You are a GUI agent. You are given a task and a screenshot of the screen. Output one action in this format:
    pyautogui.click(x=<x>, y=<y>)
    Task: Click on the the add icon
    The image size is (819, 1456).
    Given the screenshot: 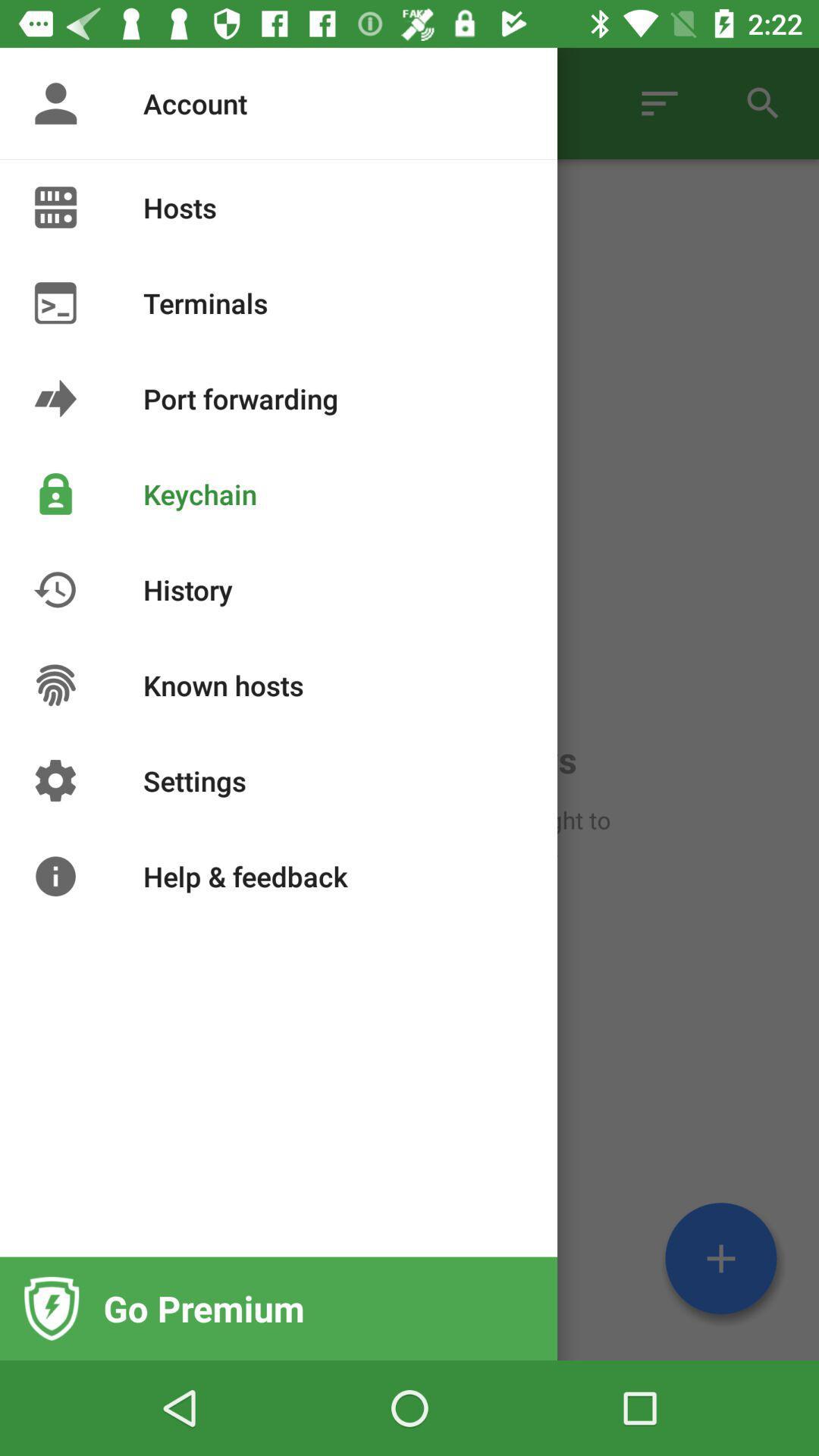 What is the action you would take?
    pyautogui.click(x=720, y=1258)
    